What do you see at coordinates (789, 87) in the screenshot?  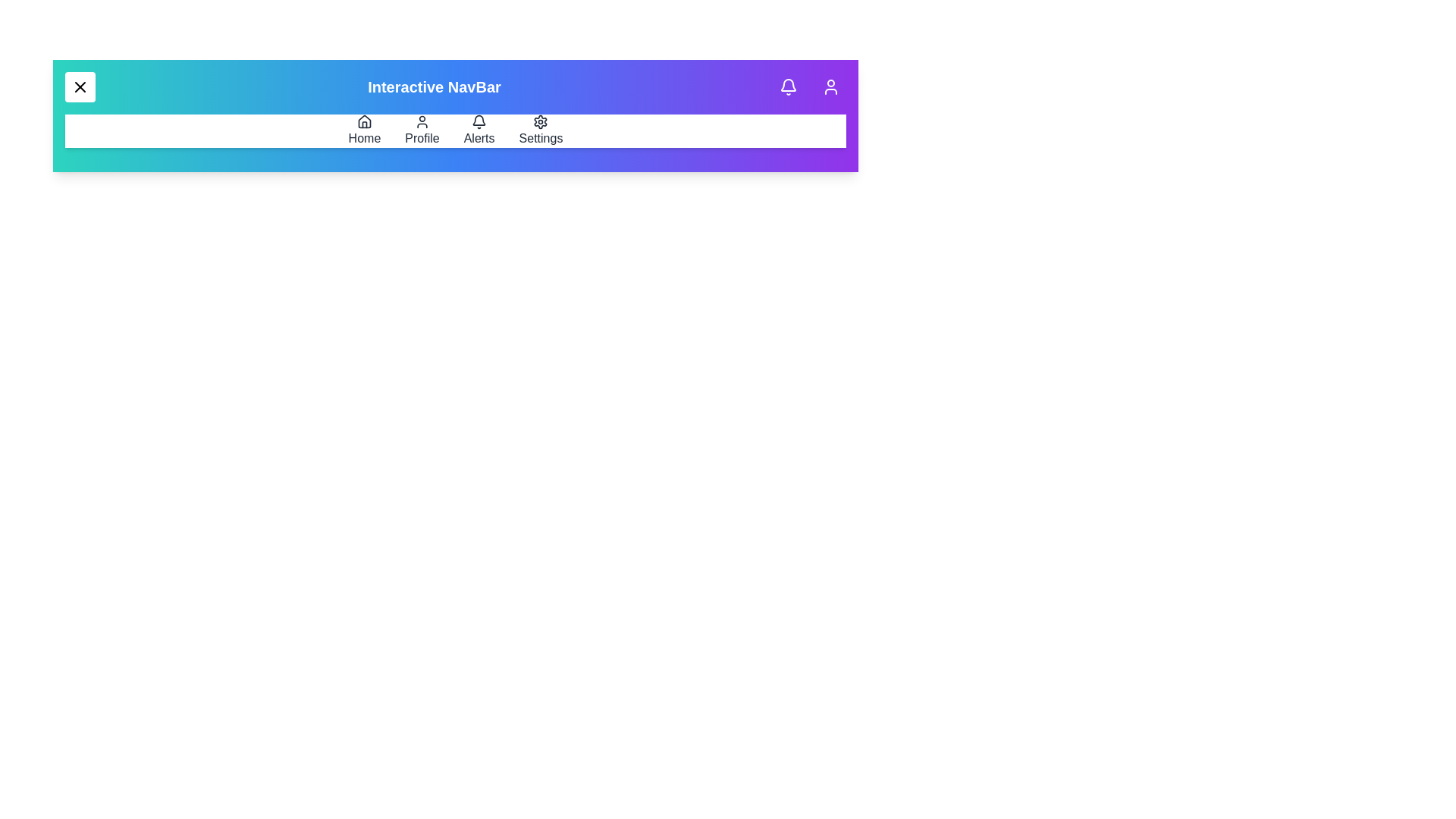 I see `the notifications button in the app bar` at bounding box center [789, 87].